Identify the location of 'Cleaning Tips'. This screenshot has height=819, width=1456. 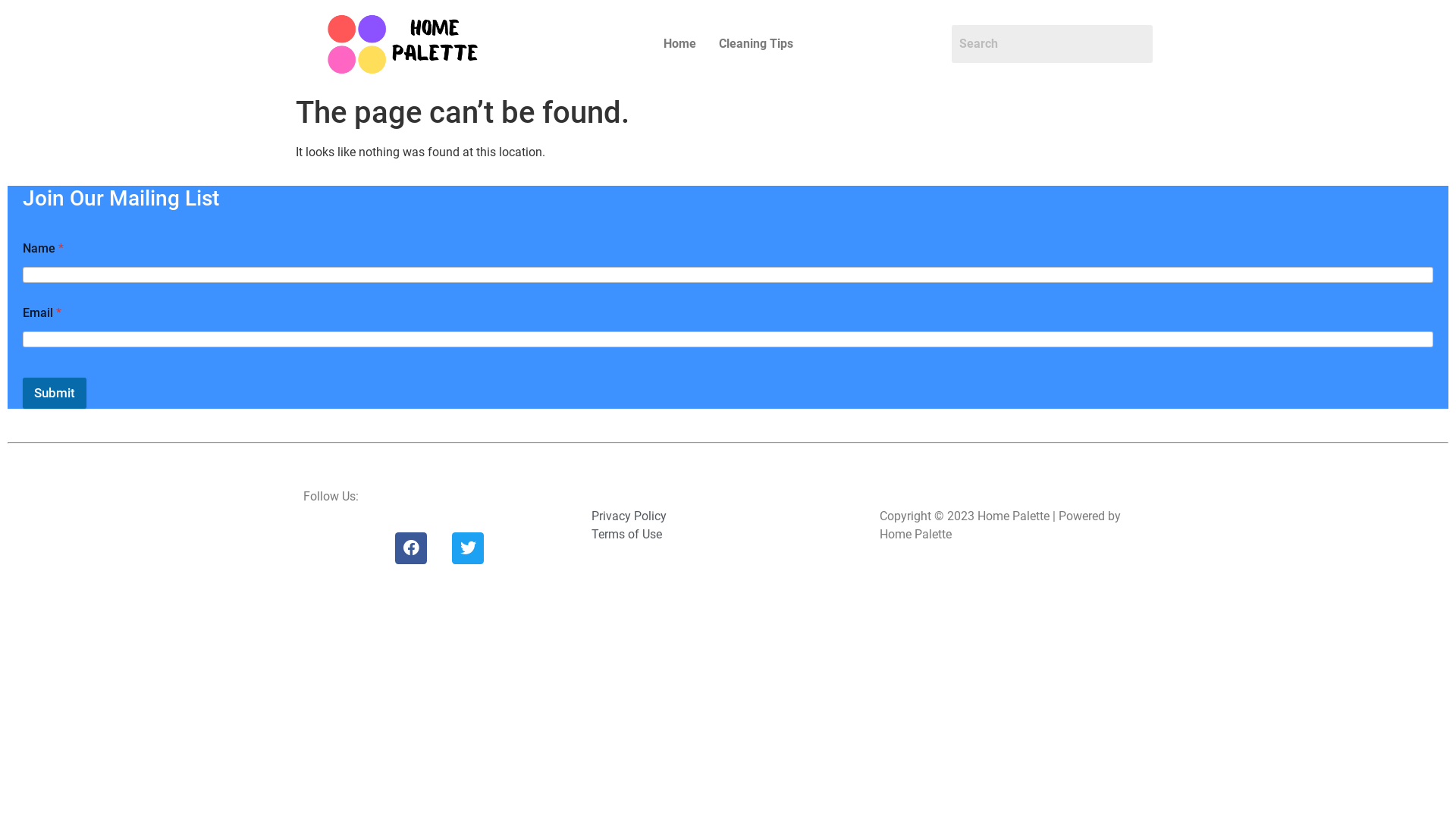
(755, 42).